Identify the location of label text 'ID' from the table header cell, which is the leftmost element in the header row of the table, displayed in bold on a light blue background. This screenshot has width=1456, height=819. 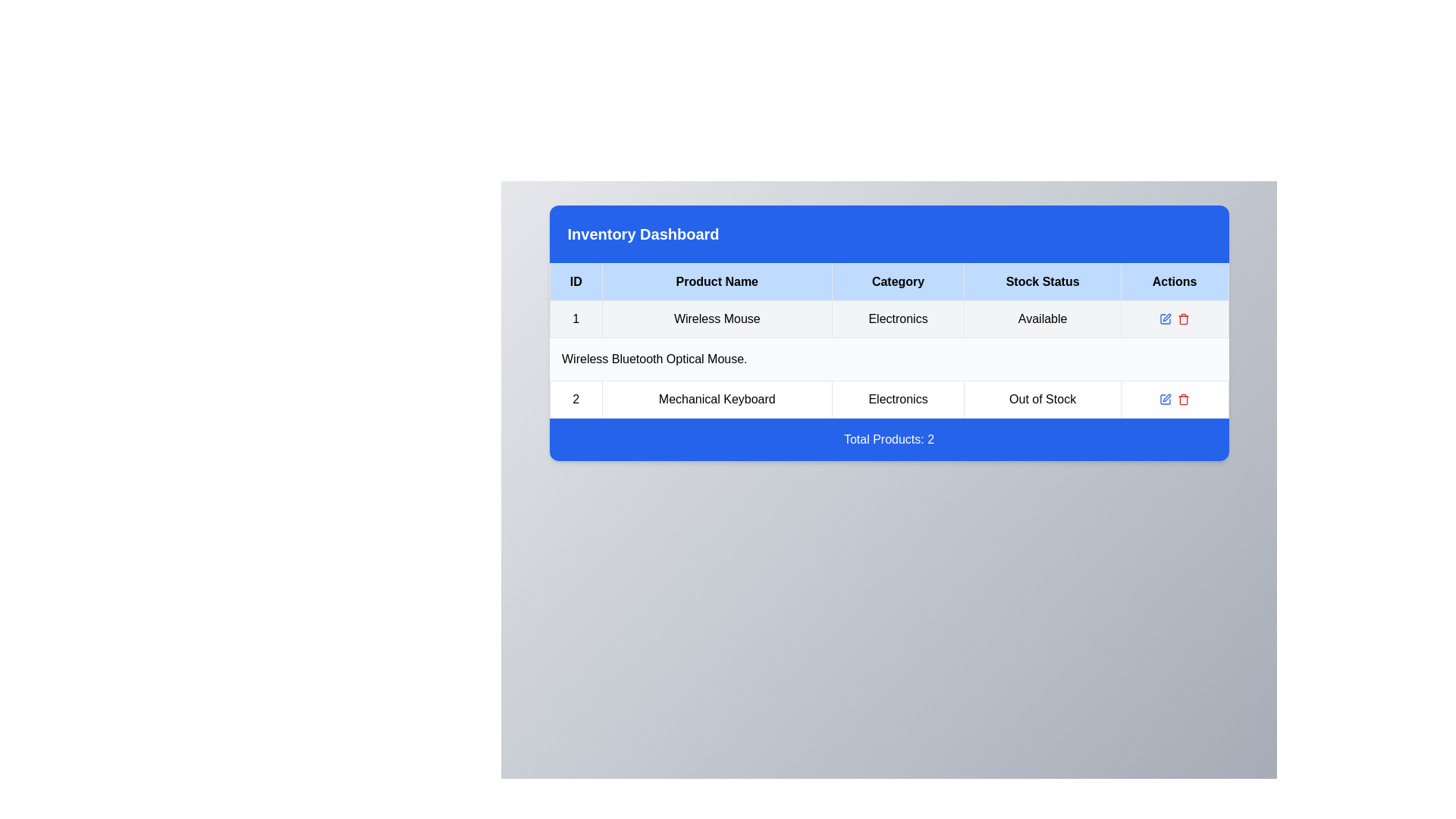
(575, 281).